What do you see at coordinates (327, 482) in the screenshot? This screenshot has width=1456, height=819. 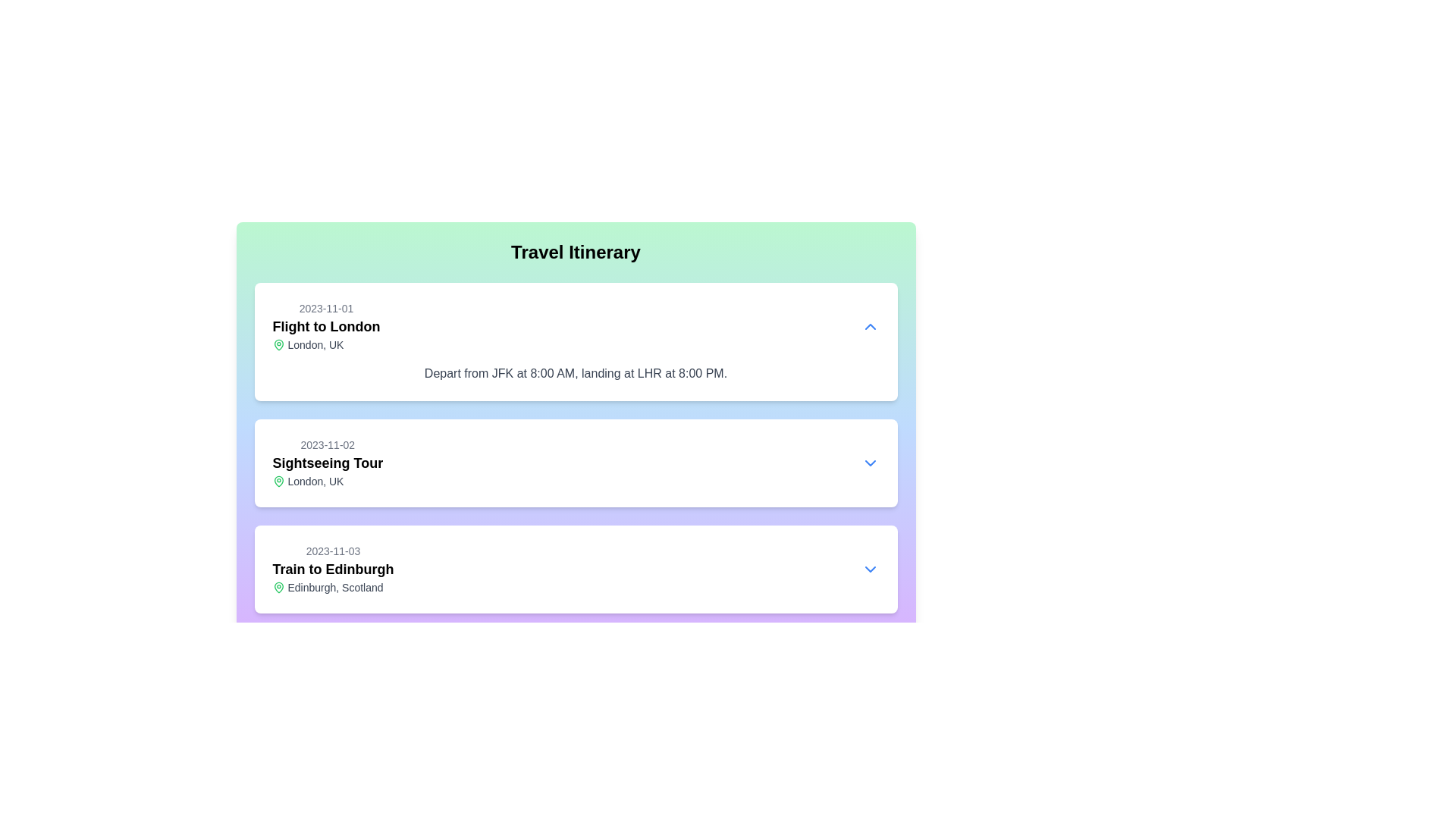 I see `informational text indicating the geographical location associated with the 'Sightseeing Tour', which states 'London, UK'. This text is located below the header 'Sightseeing Tour' within the 'Travel Itinerary' section` at bounding box center [327, 482].